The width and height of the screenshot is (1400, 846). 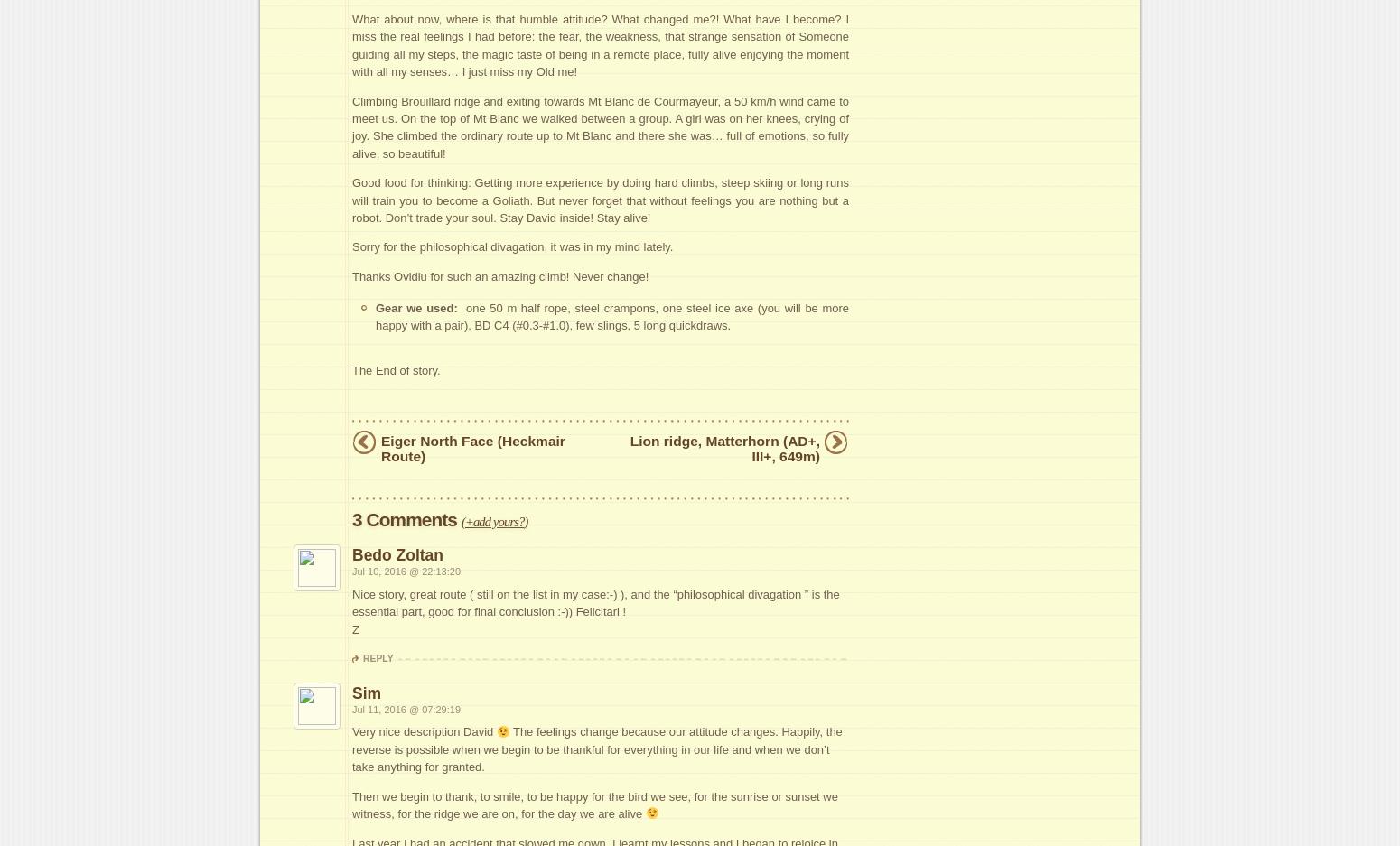 I want to click on 'Then we begin to thank, to smile, to be happy for the bird we see, for the sunrise or sunset we witness, for the ridge we are on, for the day we are alive', so click(x=593, y=804).